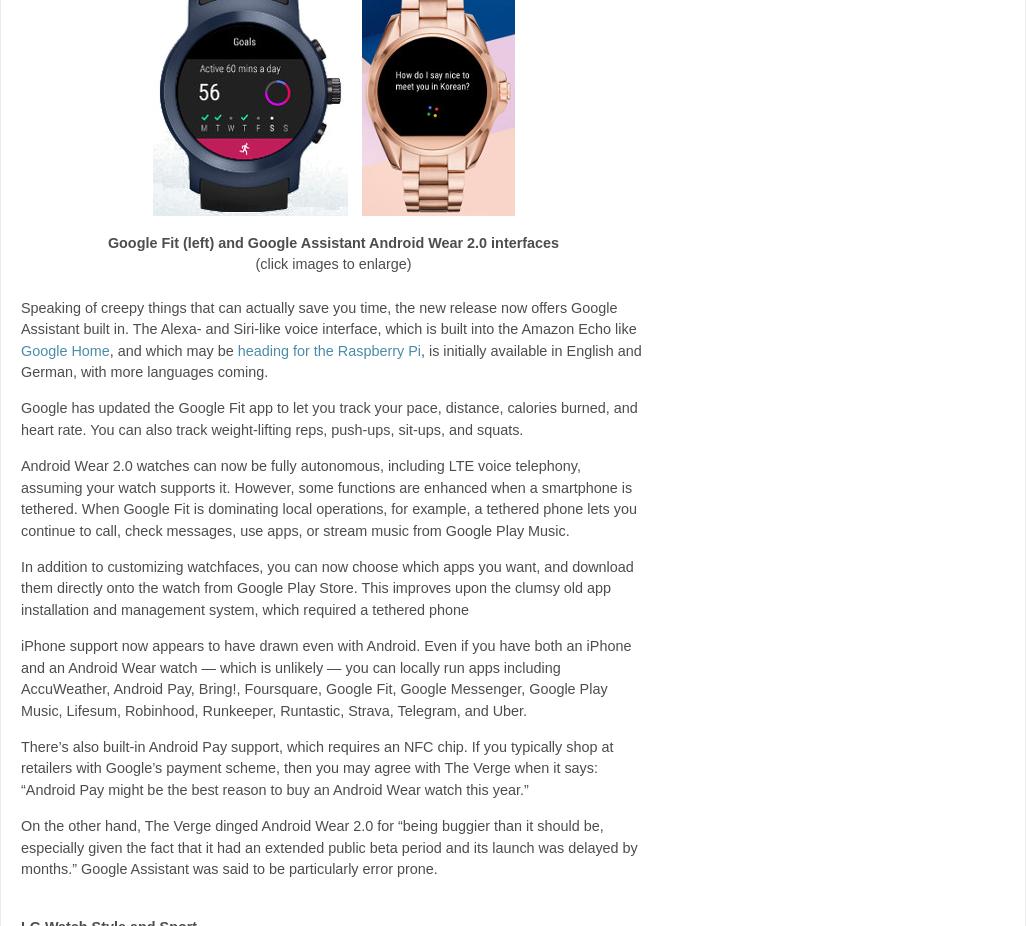 The image size is (1026, 926). I want to click on '(click images to enlarge)', so click(254, 264).